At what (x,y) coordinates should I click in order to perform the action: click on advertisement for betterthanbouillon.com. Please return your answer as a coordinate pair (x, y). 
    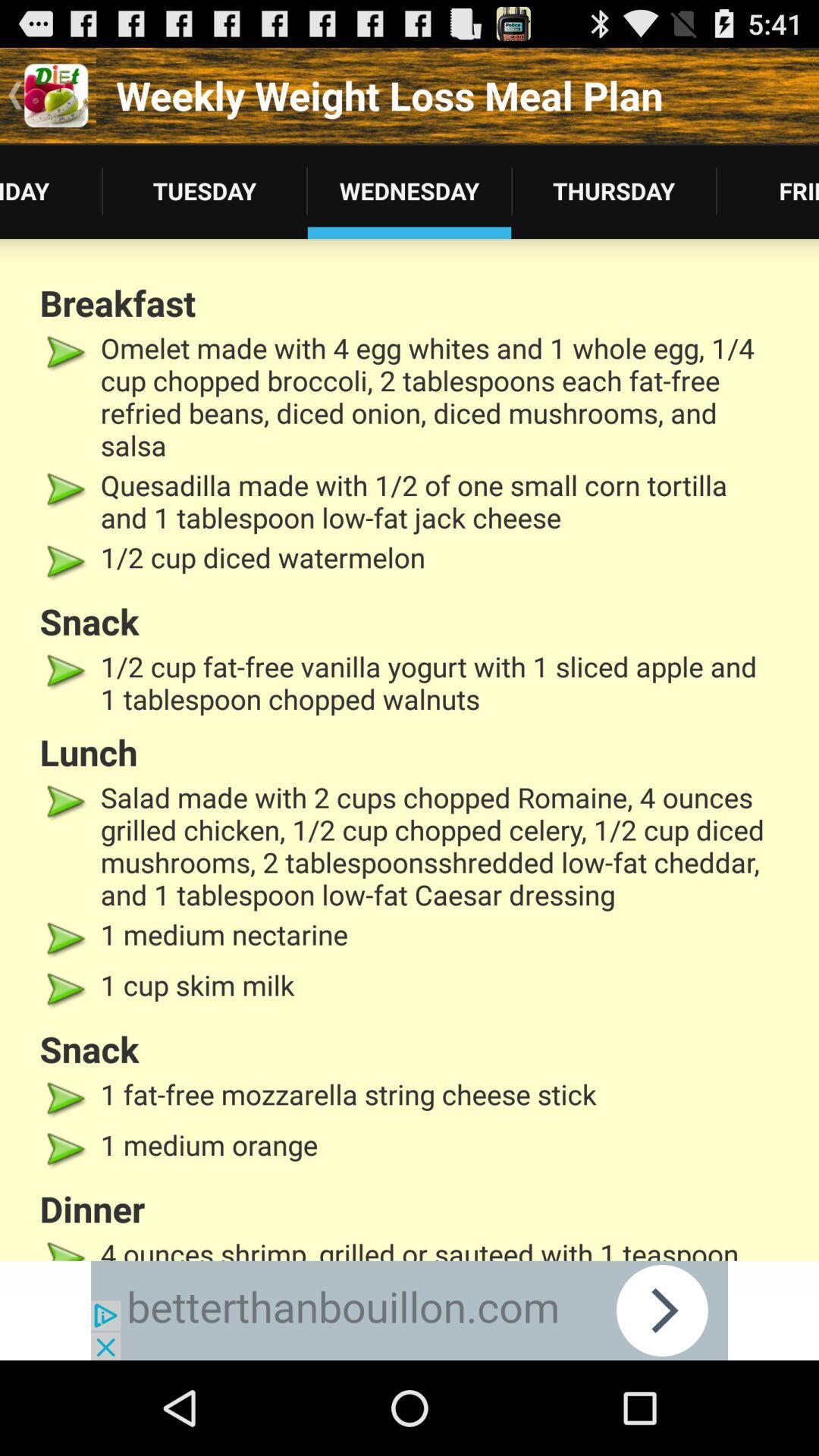
    Looking at the image, I should click on (409, 1310).